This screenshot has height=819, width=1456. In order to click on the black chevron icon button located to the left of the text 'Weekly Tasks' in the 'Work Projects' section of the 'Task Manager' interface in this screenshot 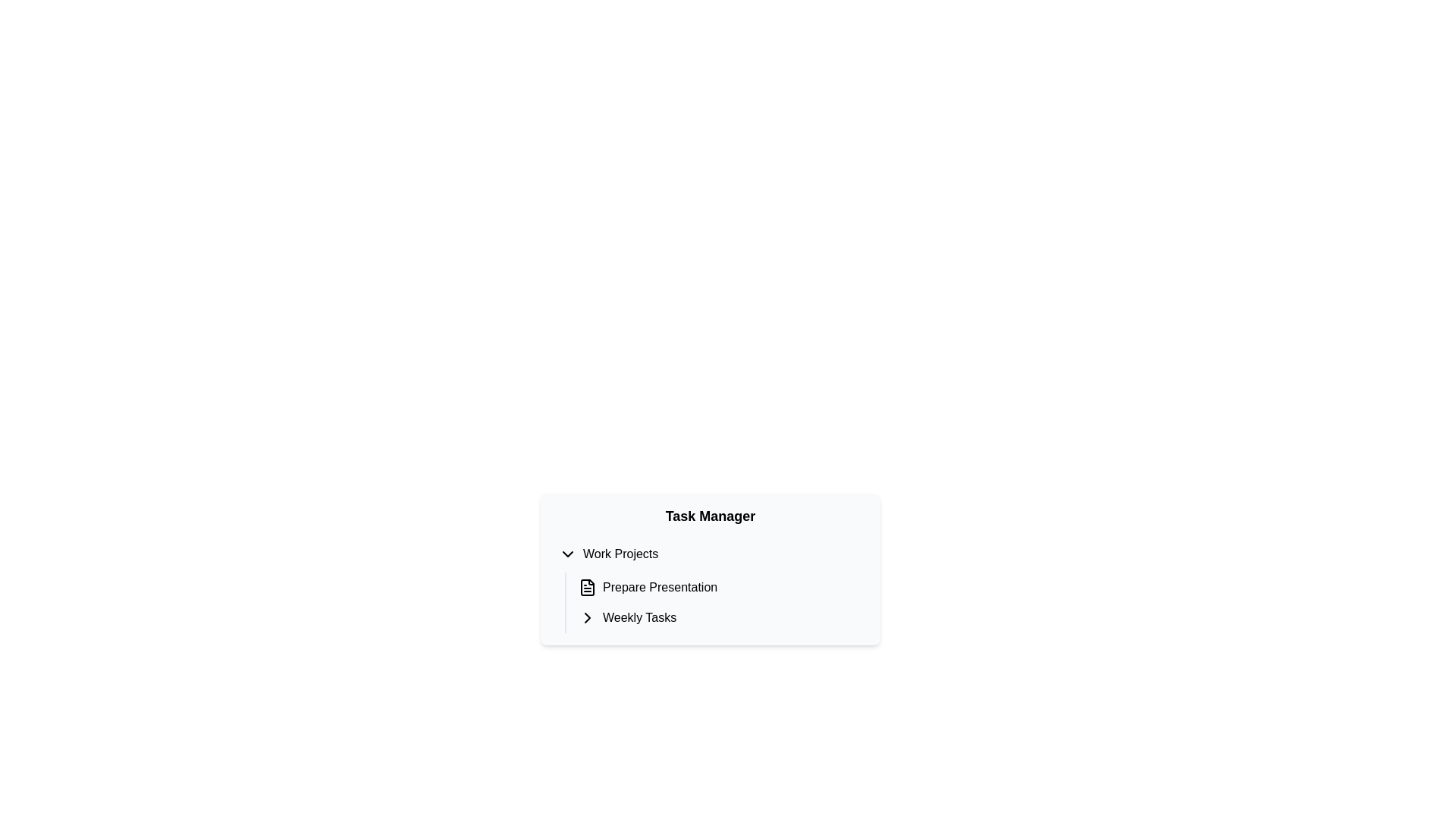, I will do `click(586, 617)`.